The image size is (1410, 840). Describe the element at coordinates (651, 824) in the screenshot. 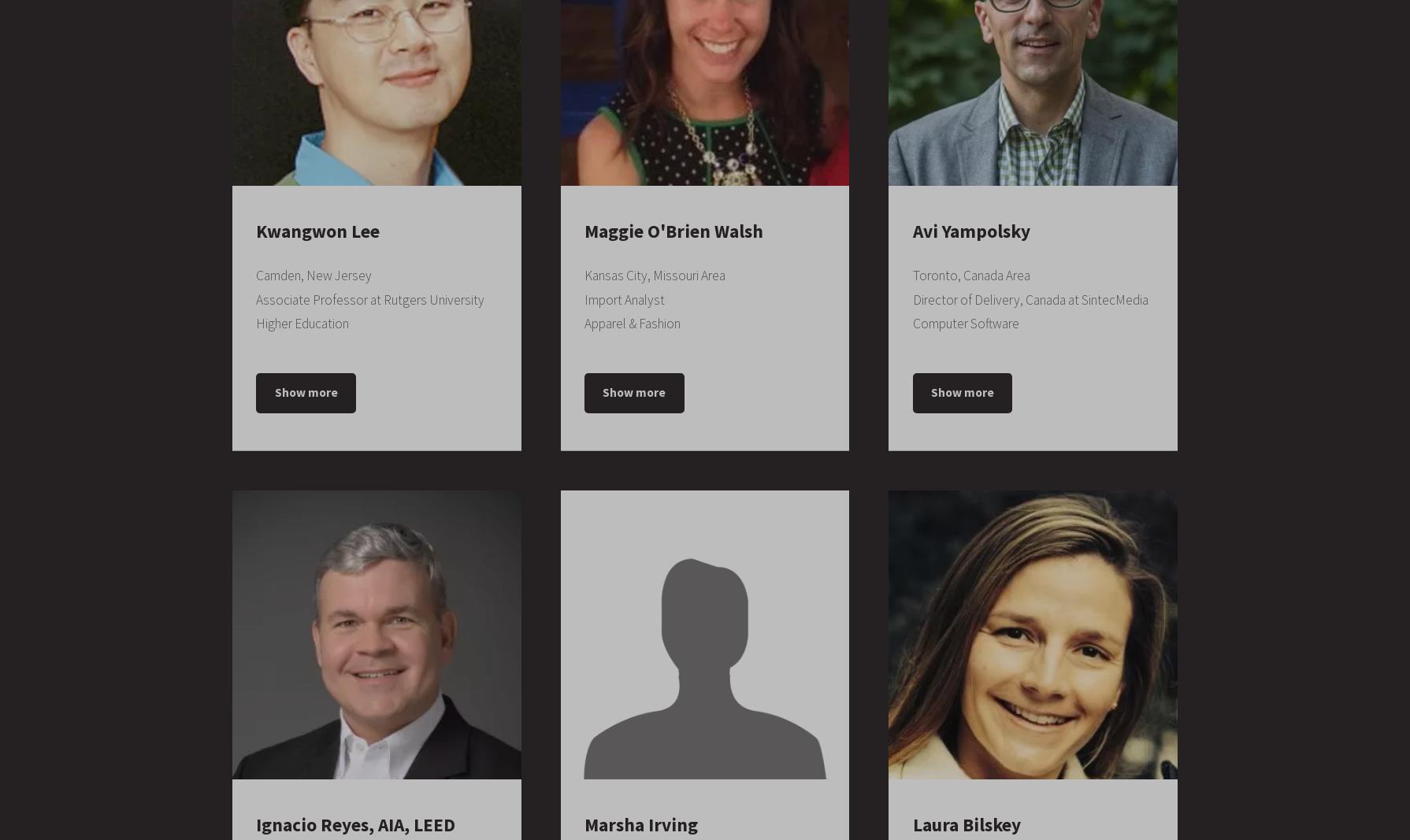

I see `'May 2014 – September 2014'` at that location.